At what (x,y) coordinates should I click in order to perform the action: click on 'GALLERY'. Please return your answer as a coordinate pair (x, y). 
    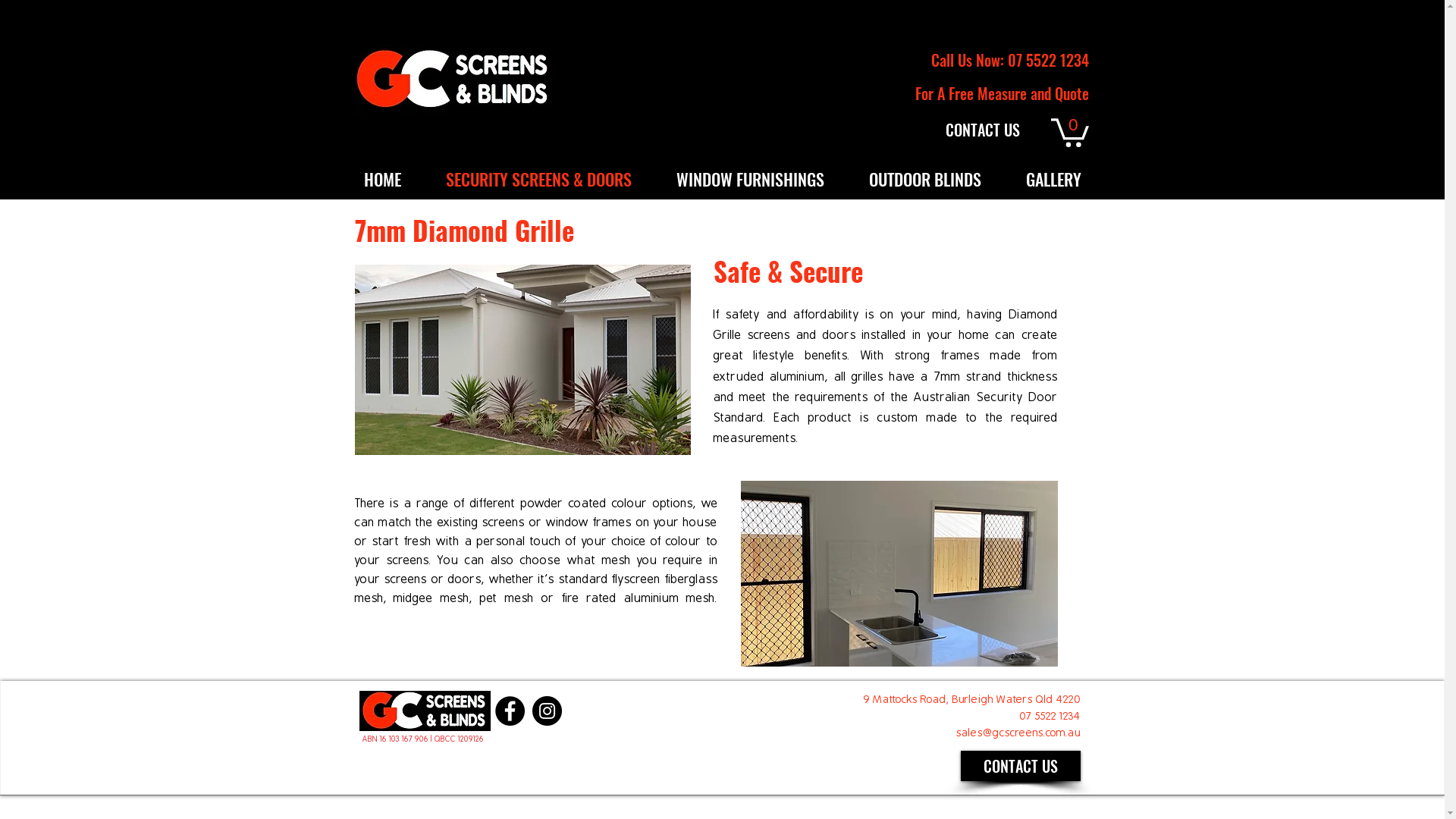
    Looking at the image, I should click on (1004, 178).